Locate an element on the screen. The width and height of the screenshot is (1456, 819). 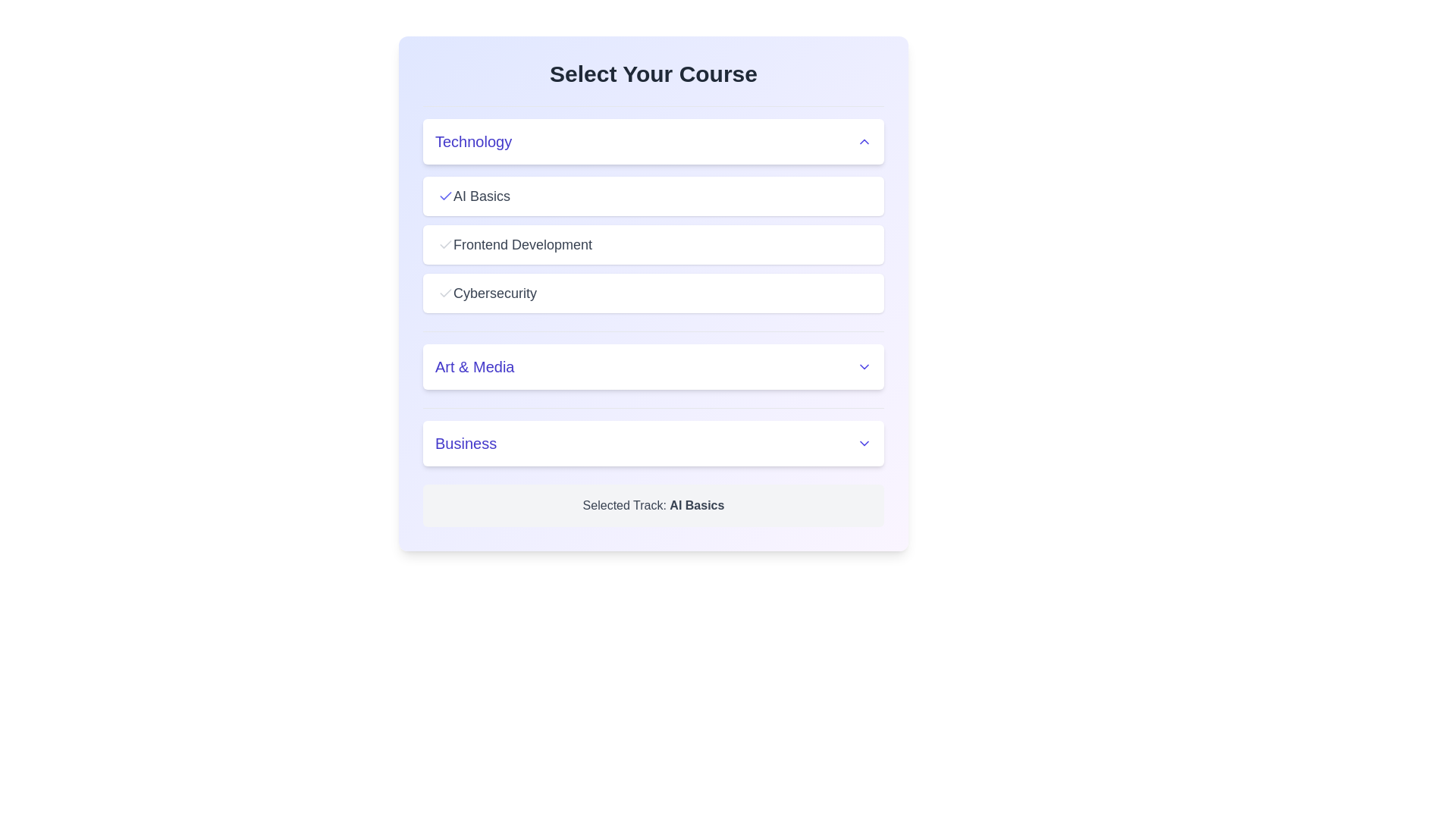
the 'Art & Media' button is located at coordinates (654, 360).